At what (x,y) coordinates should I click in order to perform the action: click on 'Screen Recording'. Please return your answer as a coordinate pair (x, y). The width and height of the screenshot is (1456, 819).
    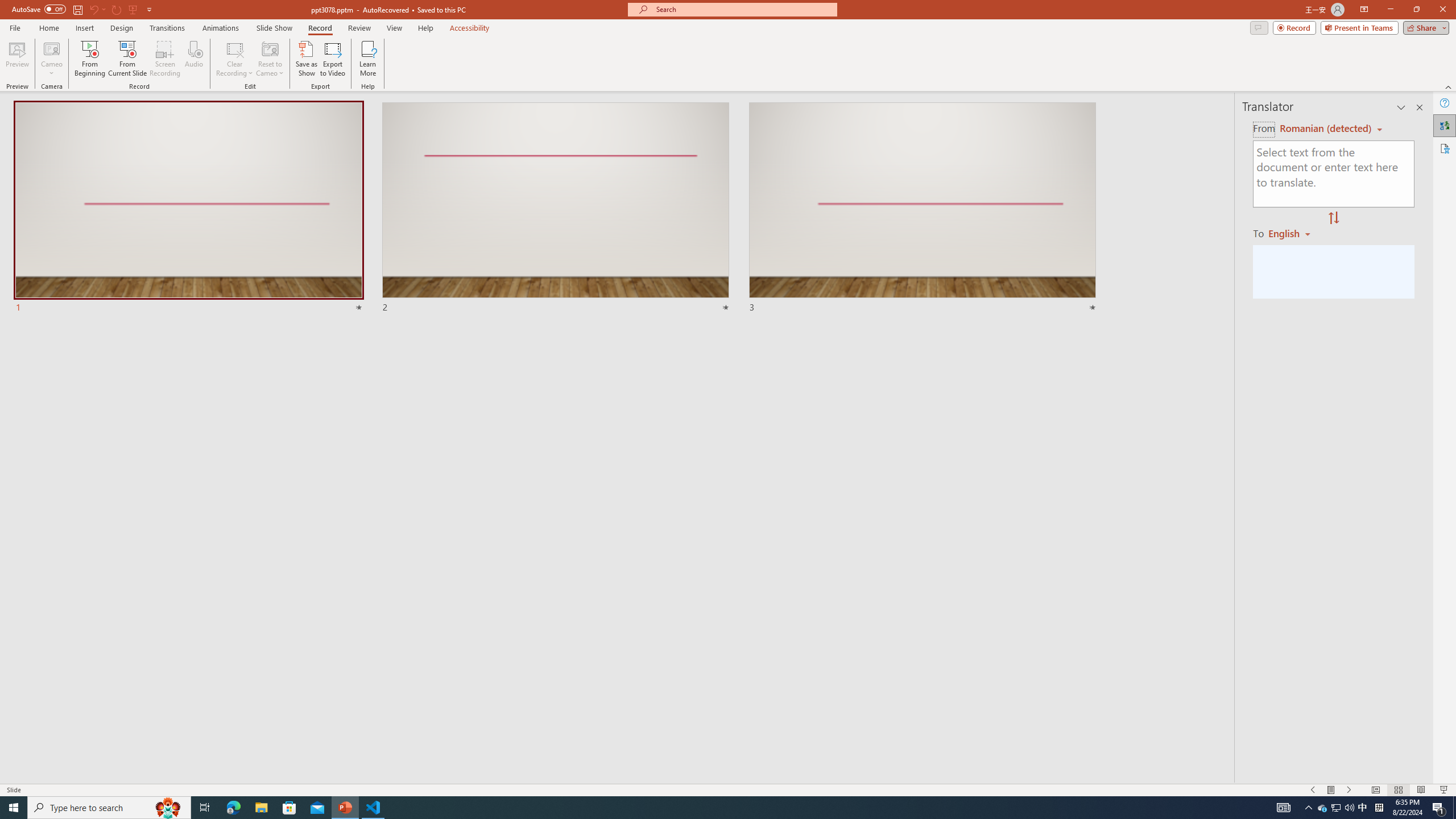
    Looking at the image, I should click on (164, 59).